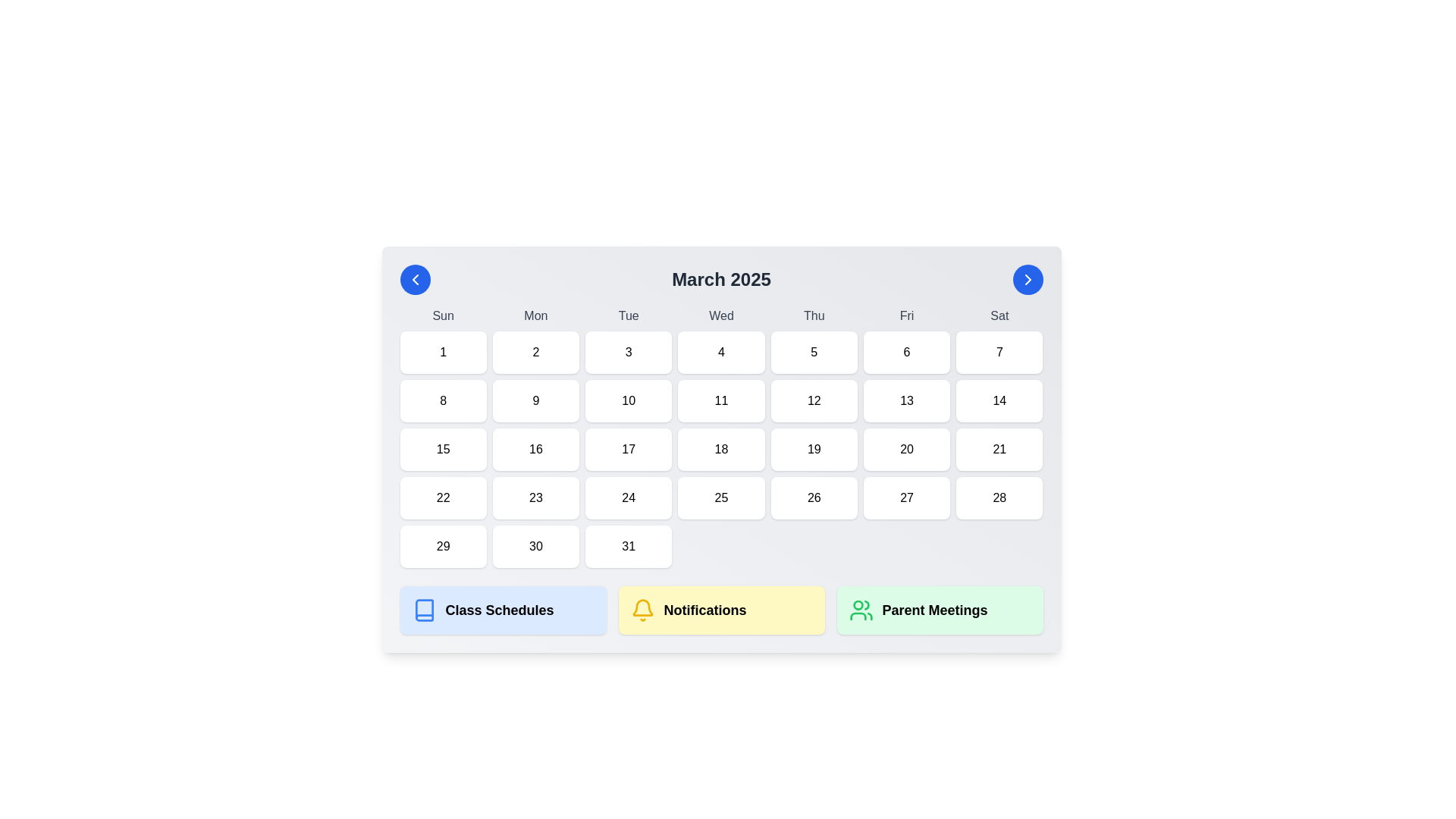  Describe the element at coordinates (629, 400) in the screenshot. I see `the calendar date cell representing '10'` at that location.